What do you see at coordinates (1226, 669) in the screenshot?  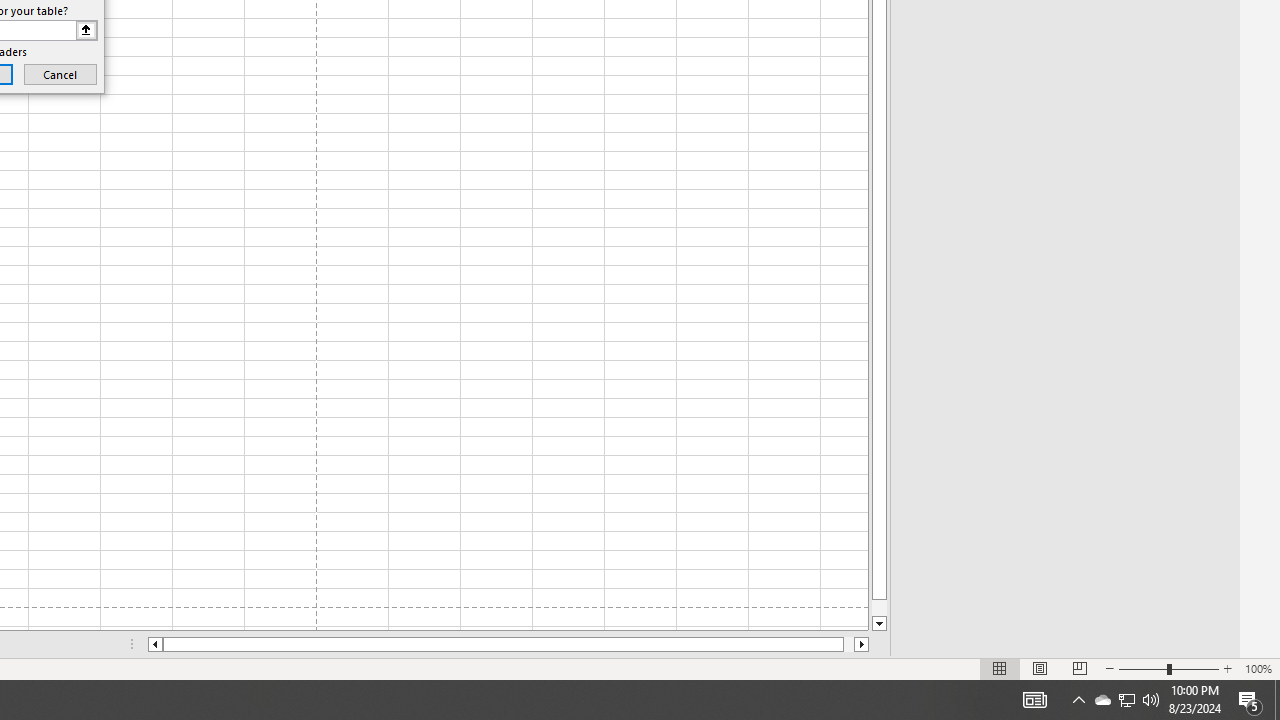 I see `'Zoom In'` at bounding box center [1226, 669].